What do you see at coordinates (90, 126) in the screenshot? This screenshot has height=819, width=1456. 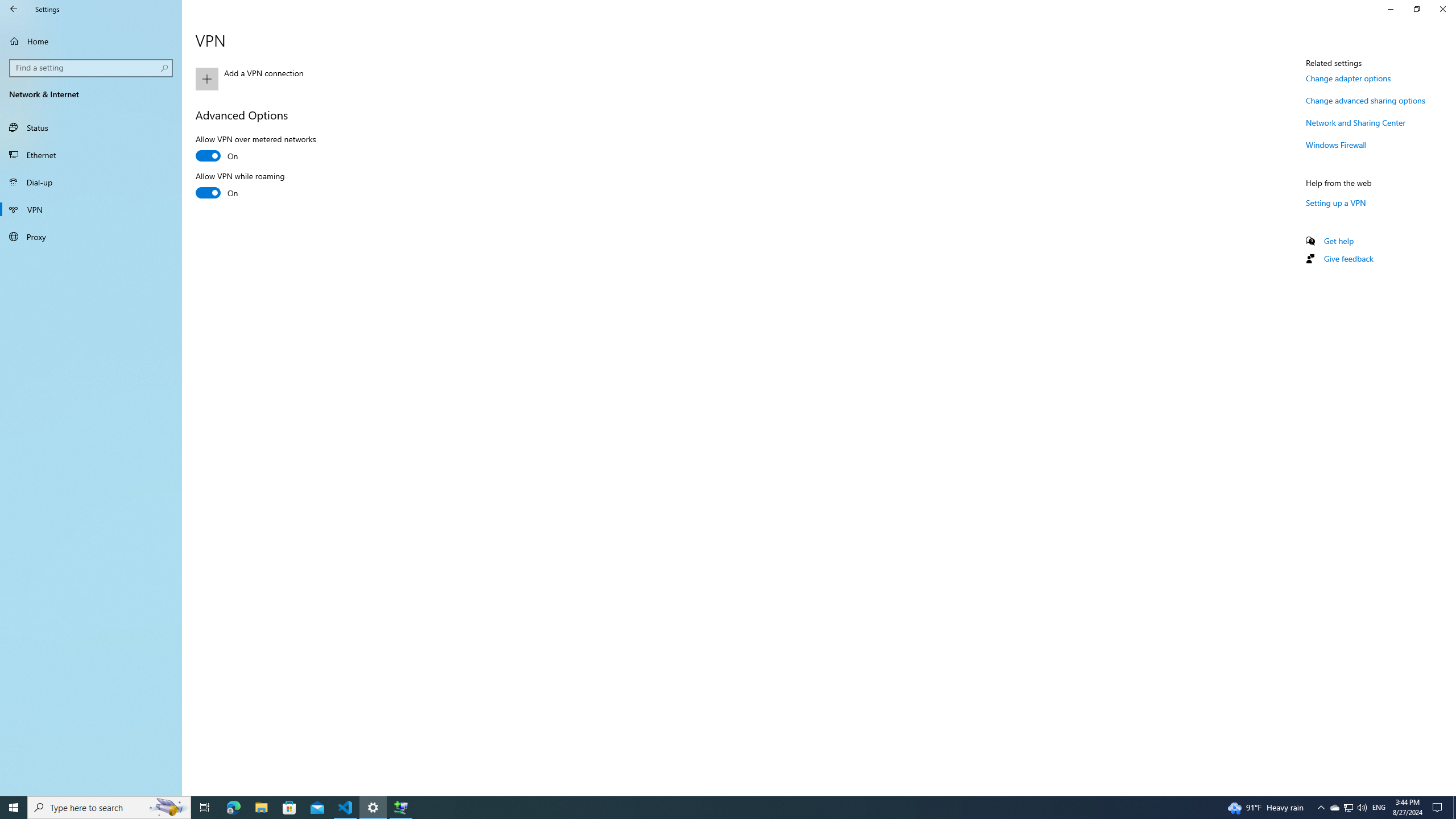 I see `'Status'` at bounding box center [90, 126].